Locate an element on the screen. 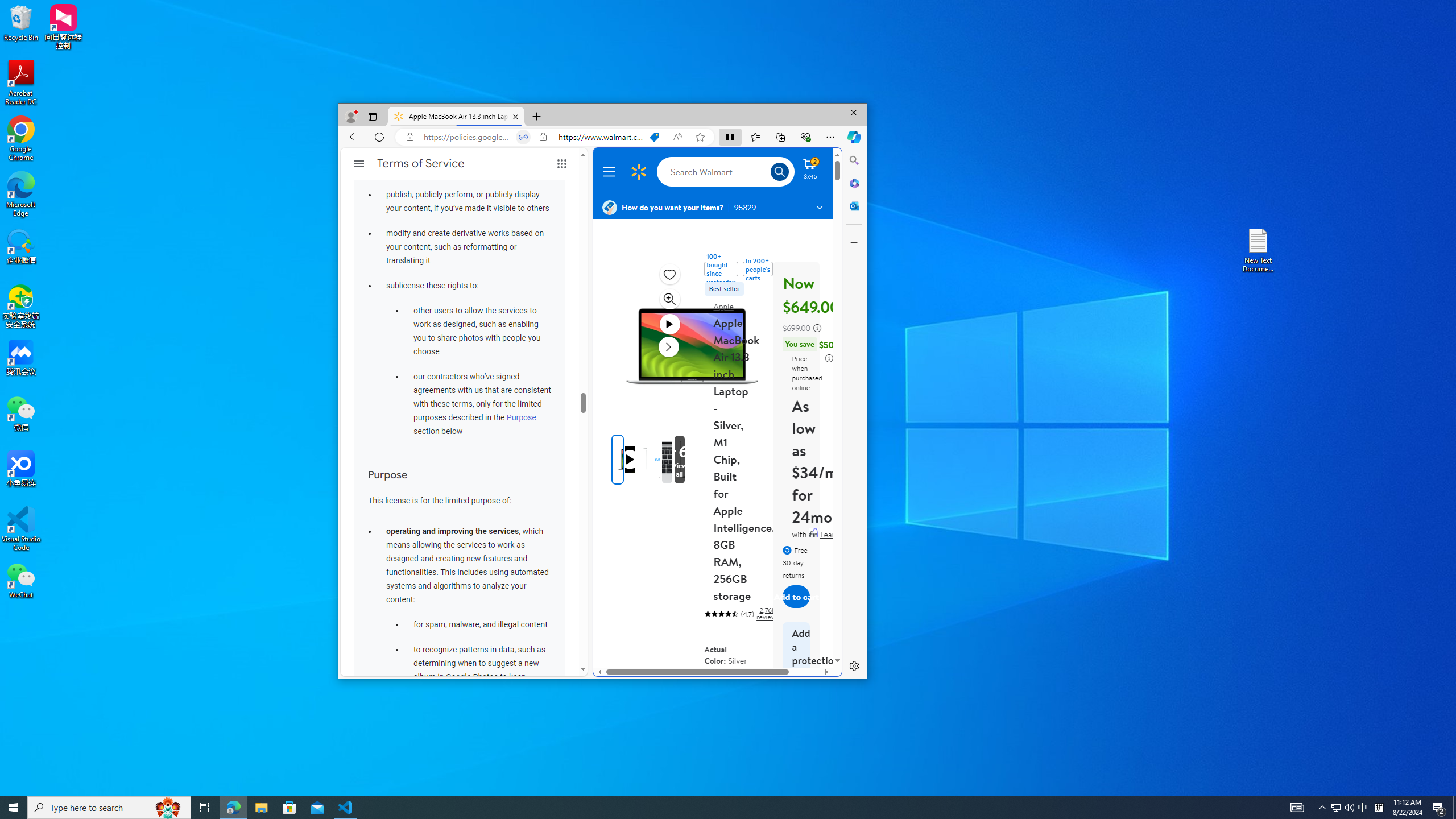 The height and width of the screenshot is (819, 1456). 'View all media' is located at coordinates (679, 459).